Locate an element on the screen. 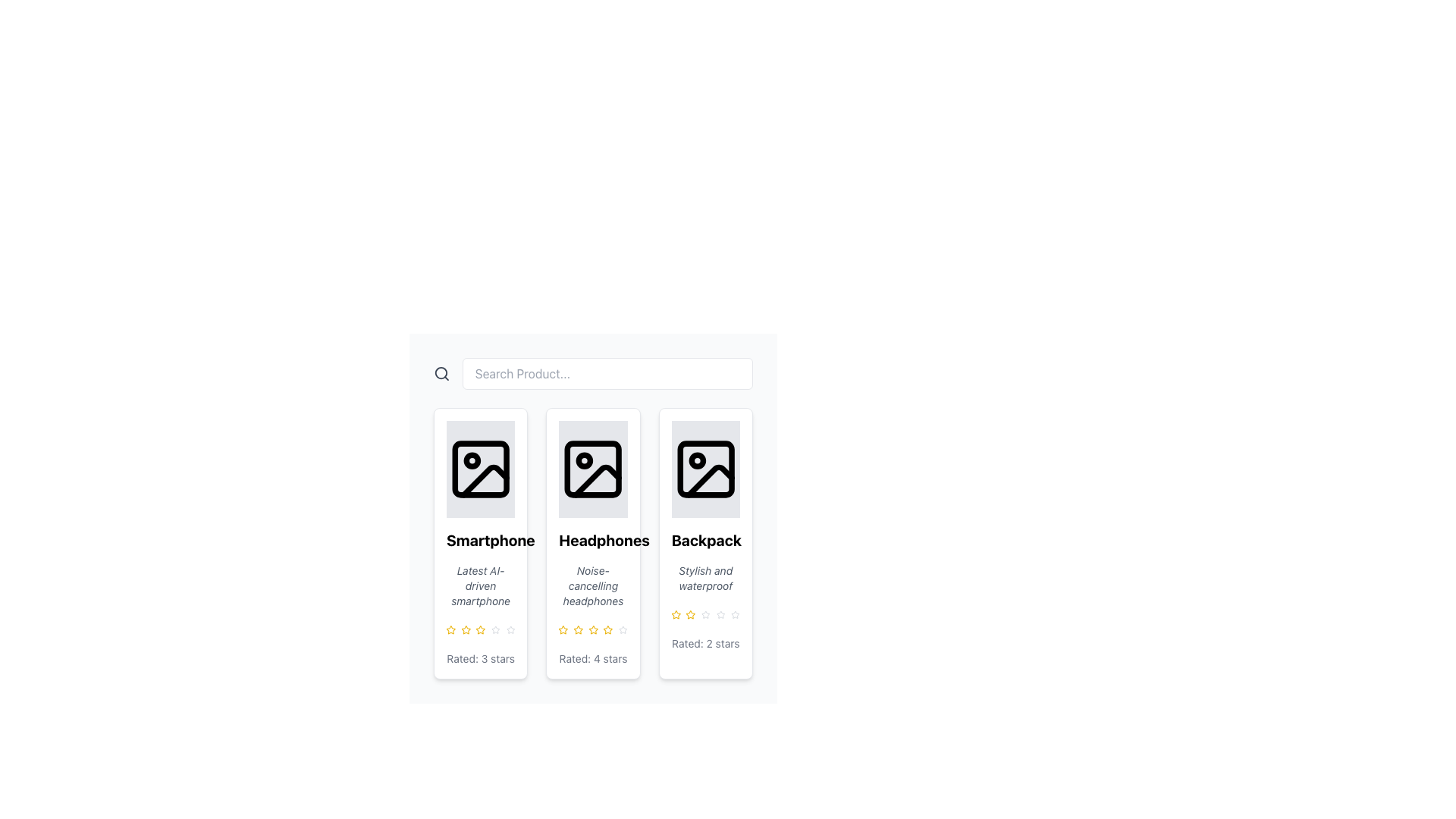 Image resolution: width=1456 pixels, height=819 pixels. the yellow star icon button representing the third rating option for the product 'Smartphone' is located at coordinates (465, 629).